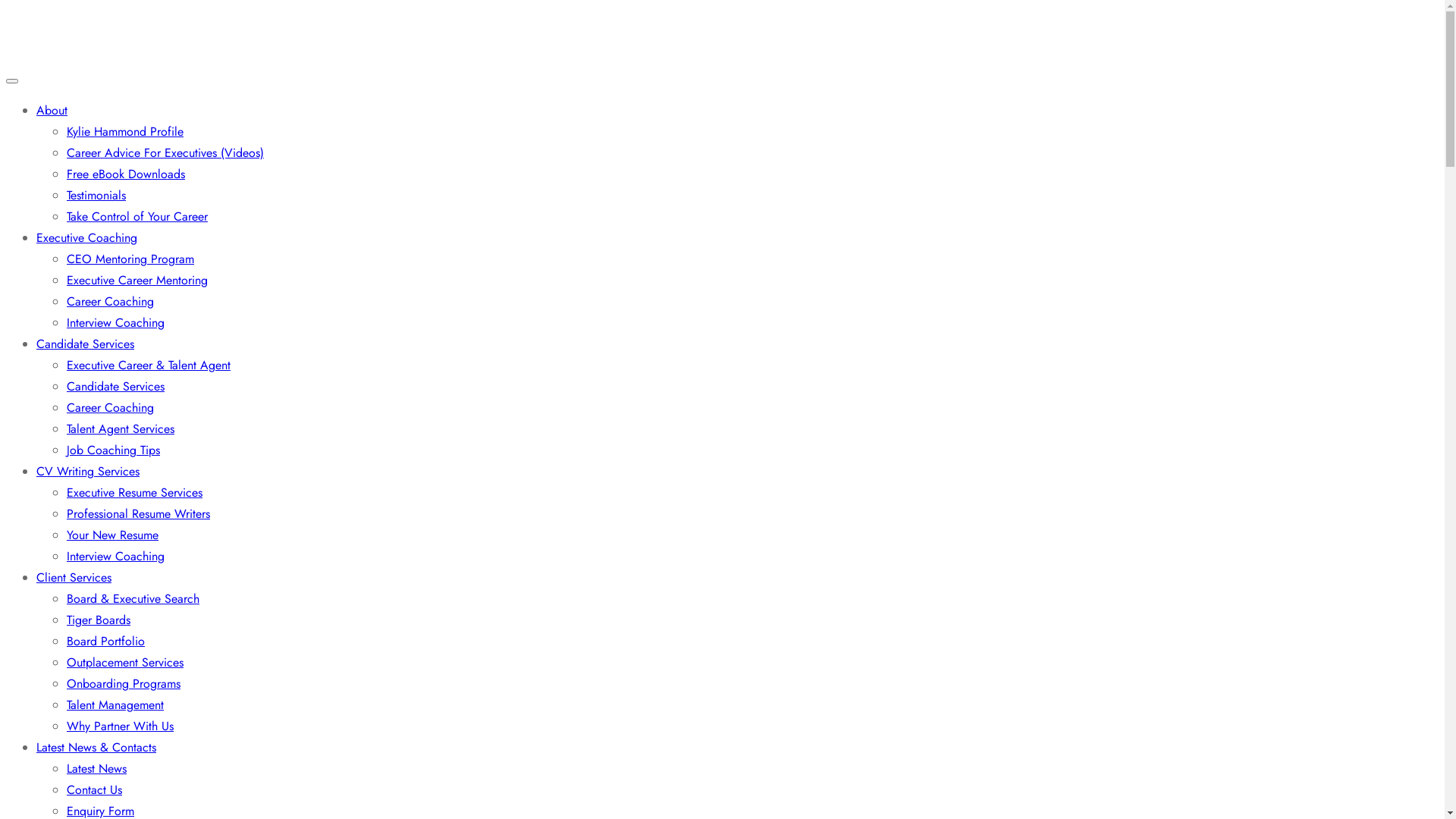 The image size is (1456, 819). Describe the element at coordinates (119, 428) in the screenshot. I see `'Talent Agent Services'` at that location.